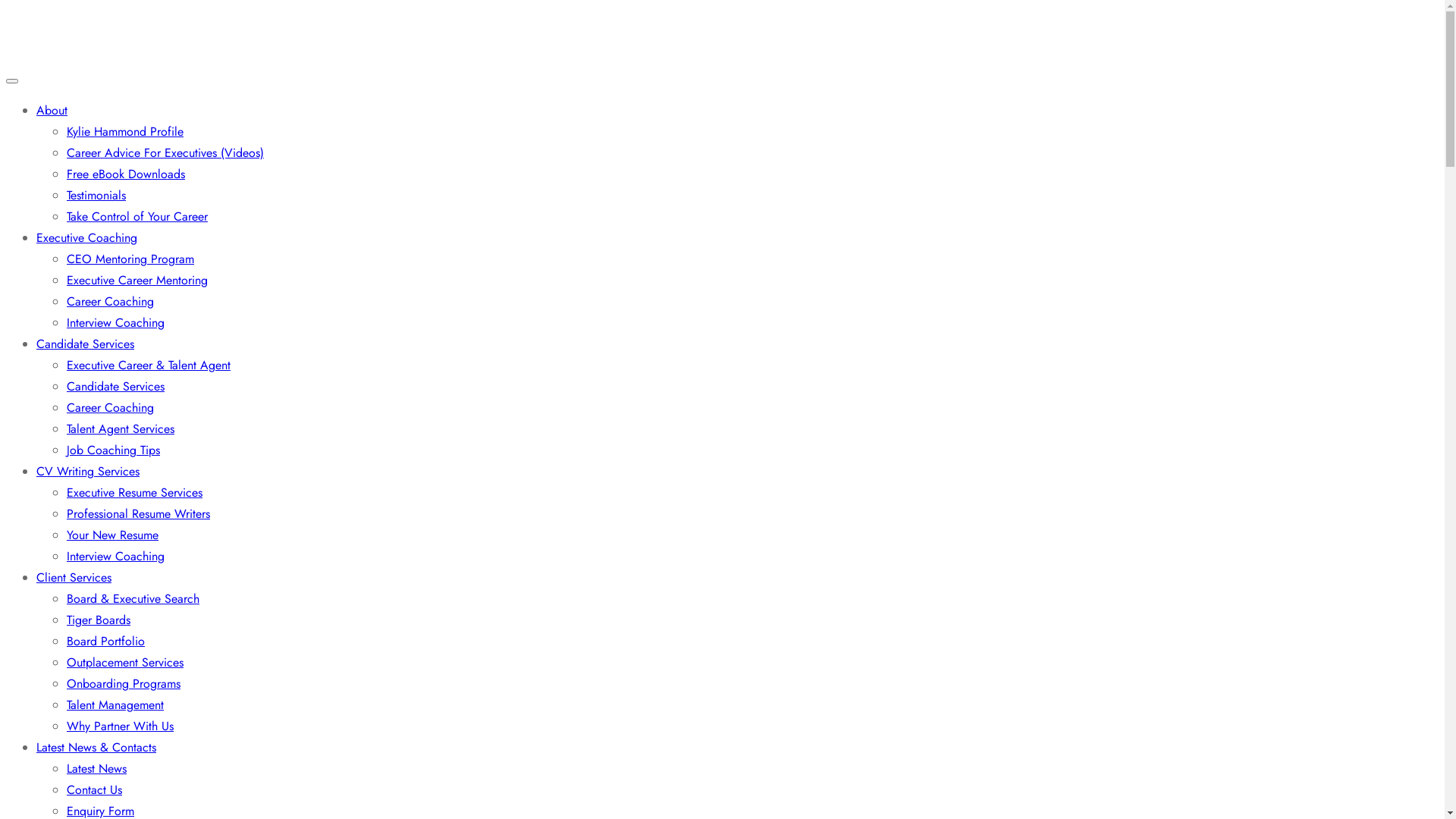 The image size is (1456, 819). Describe the element at coordinates (119, 428) in the screenshot. I see `'Talent Agent Services'` at that location.